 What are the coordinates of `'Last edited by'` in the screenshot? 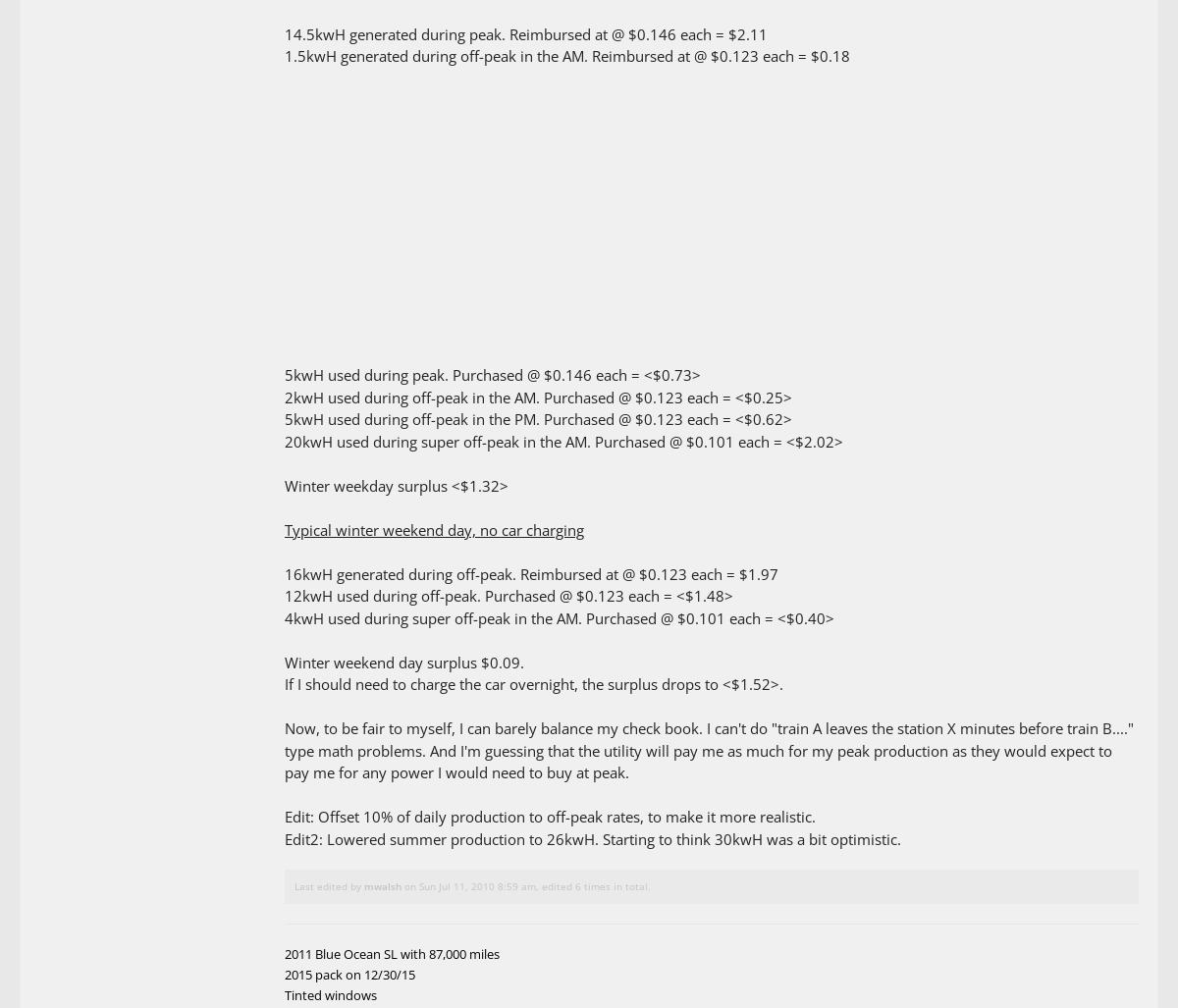 It's located at (294, 885).